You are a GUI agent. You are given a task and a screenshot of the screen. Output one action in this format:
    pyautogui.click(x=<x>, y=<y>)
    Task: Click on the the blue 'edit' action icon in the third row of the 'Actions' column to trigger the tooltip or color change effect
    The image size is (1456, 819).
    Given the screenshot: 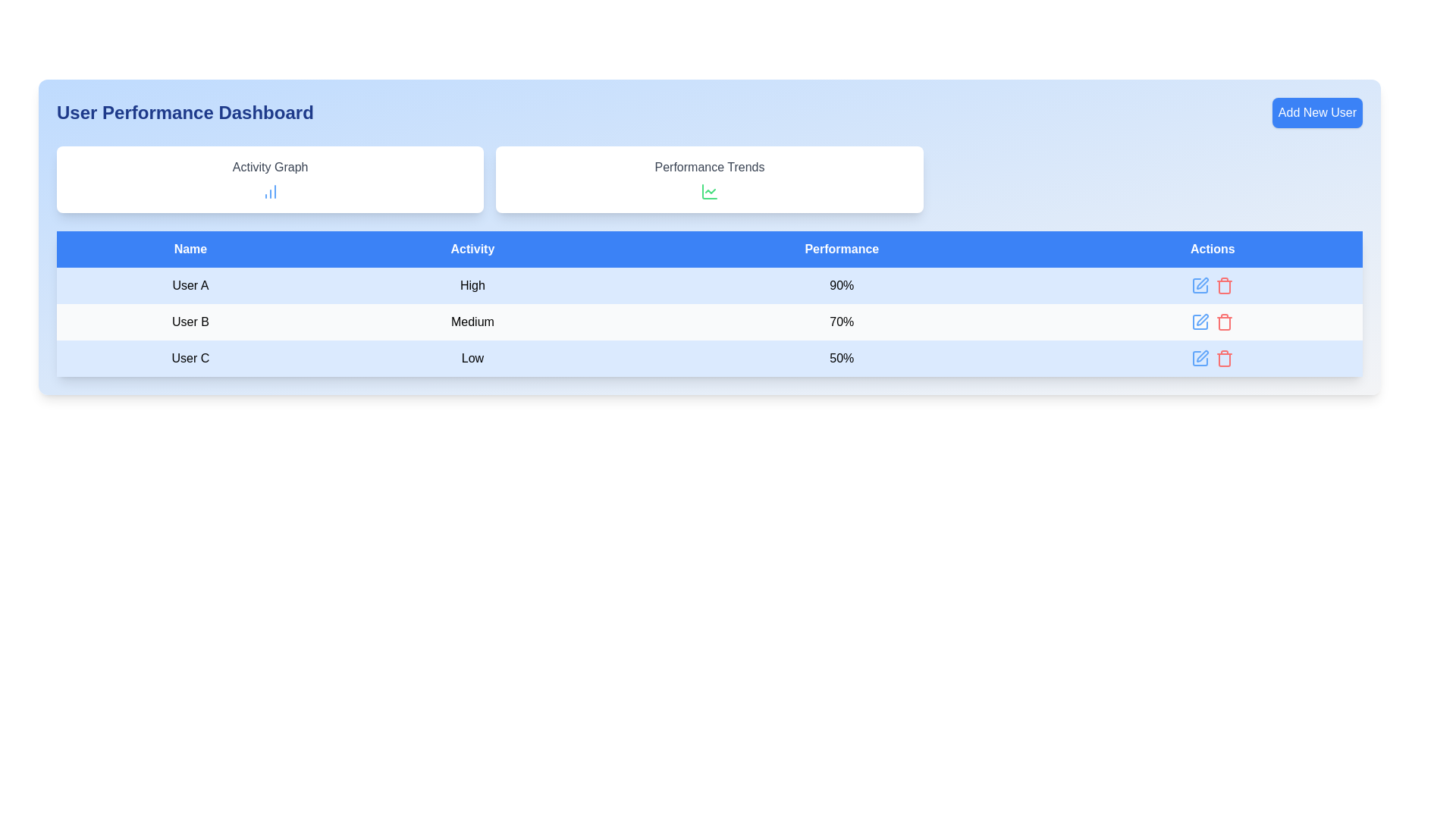 What is the action you would take?
    pyautogui.click(x=1200, y=321)
    